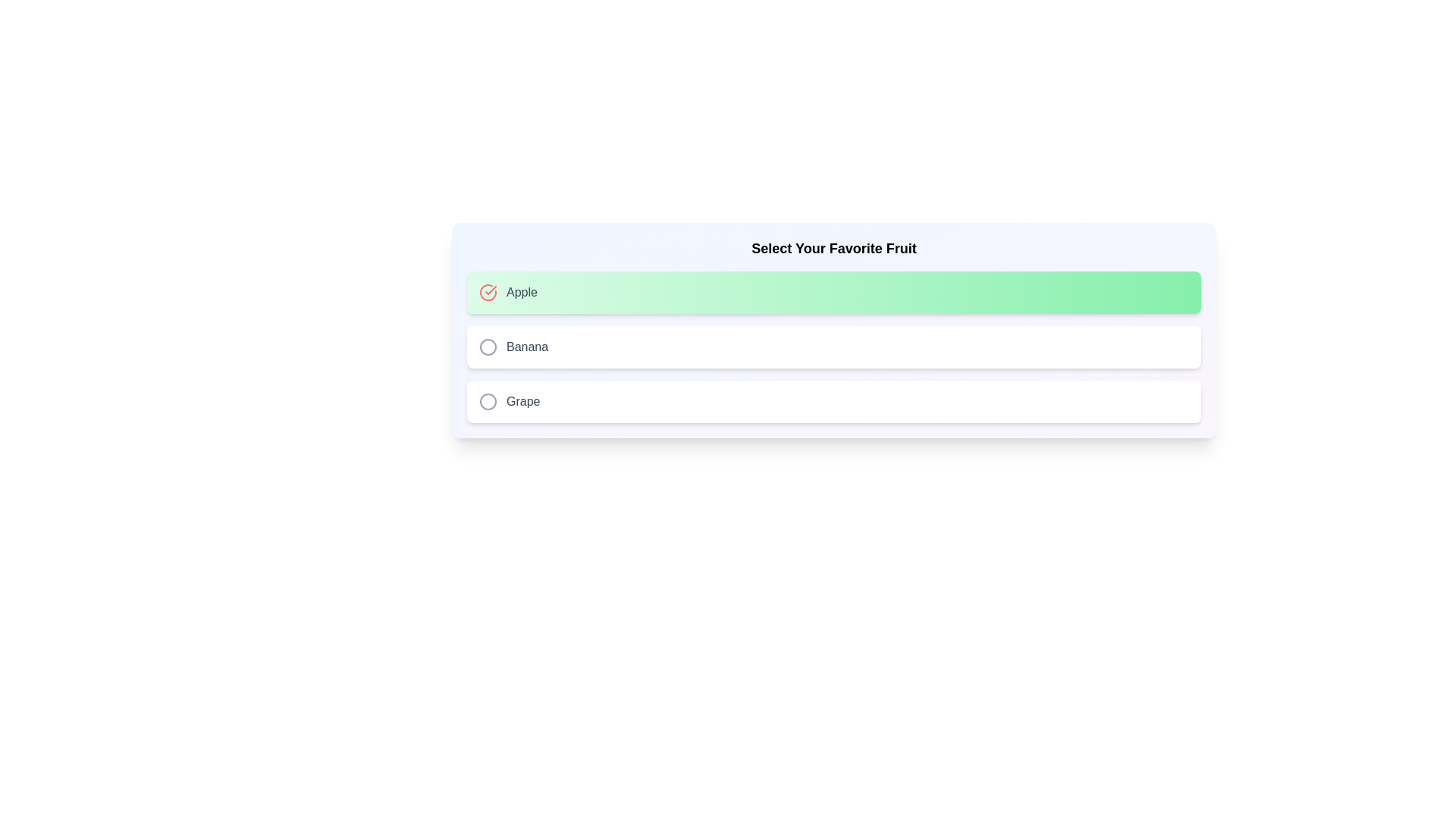 The image size is (1456, 819). I want to click on the selection status icon indicating that the 'Apple' option is selected, located in the top left corner of its row, so click(488, 292).